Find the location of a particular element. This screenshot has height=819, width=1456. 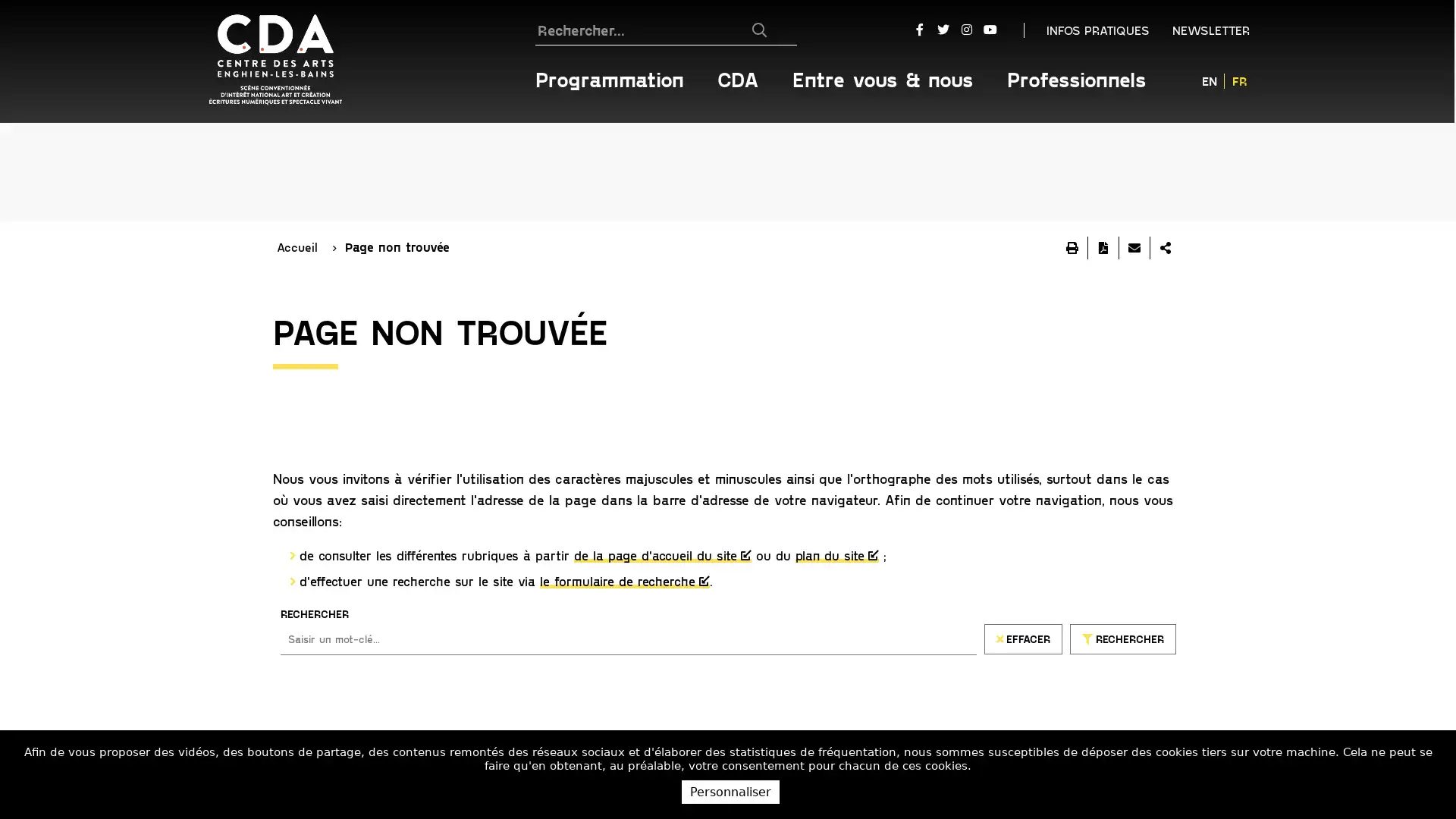

Personnaliser is located at coordinates (730, 791).